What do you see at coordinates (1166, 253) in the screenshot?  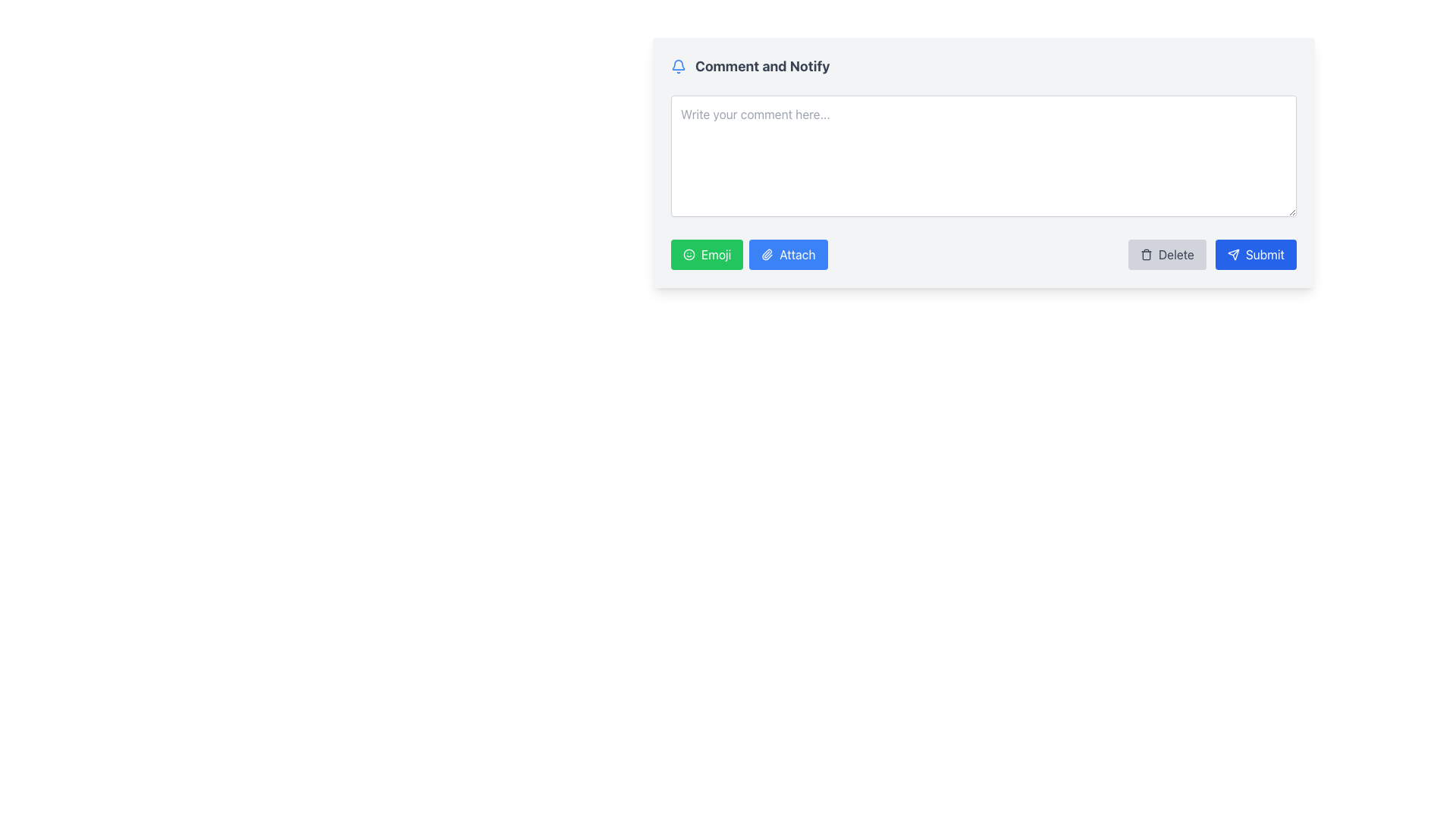 I see `the 'Delete' button with a light gray background and a trash can icon to trigger a visual response` at bounding box center [1166, 253].